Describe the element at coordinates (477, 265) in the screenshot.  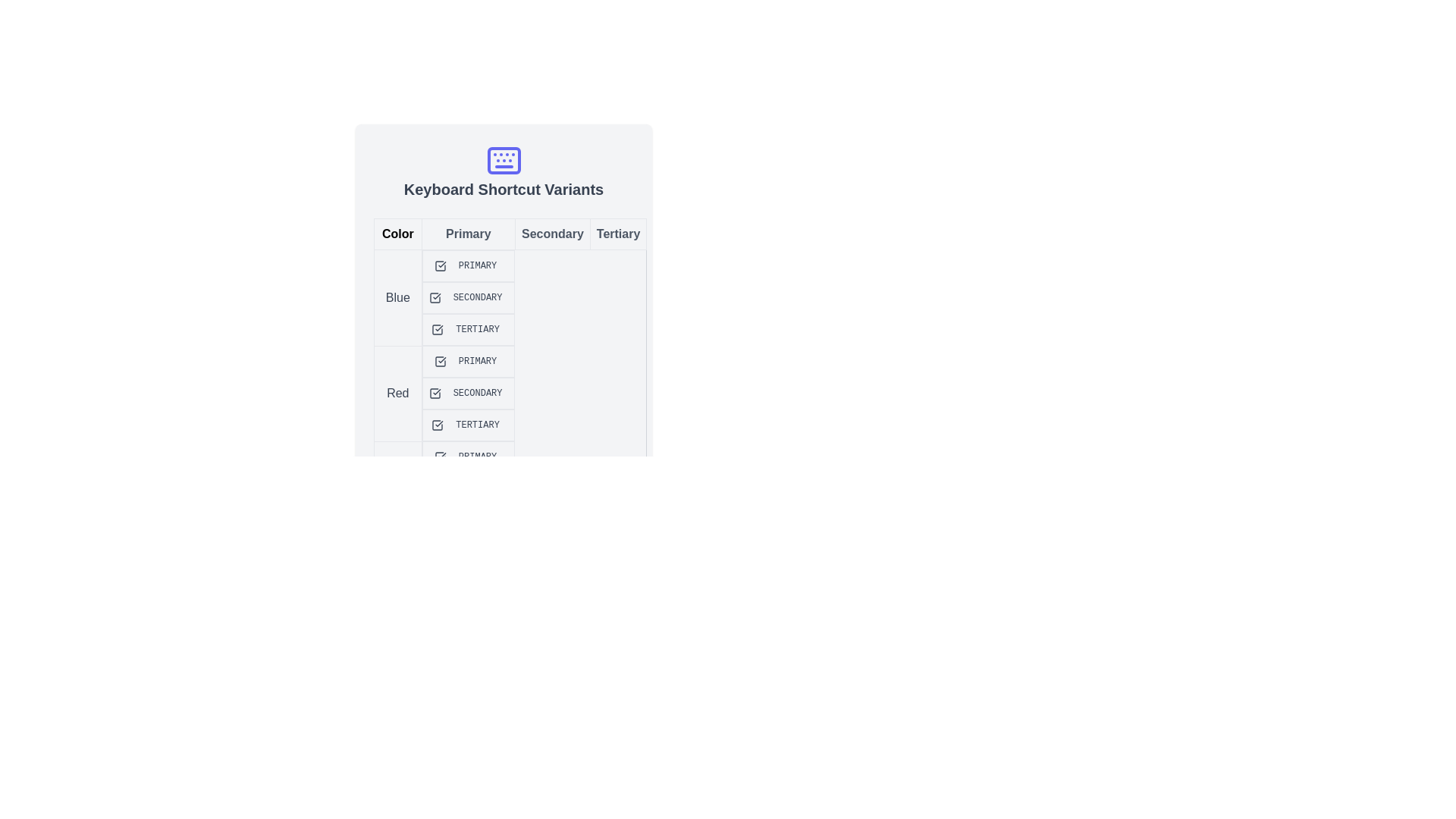
I see `the 'Primary' label located in the first row of the table, which visually indicates its category or designation` at that location.